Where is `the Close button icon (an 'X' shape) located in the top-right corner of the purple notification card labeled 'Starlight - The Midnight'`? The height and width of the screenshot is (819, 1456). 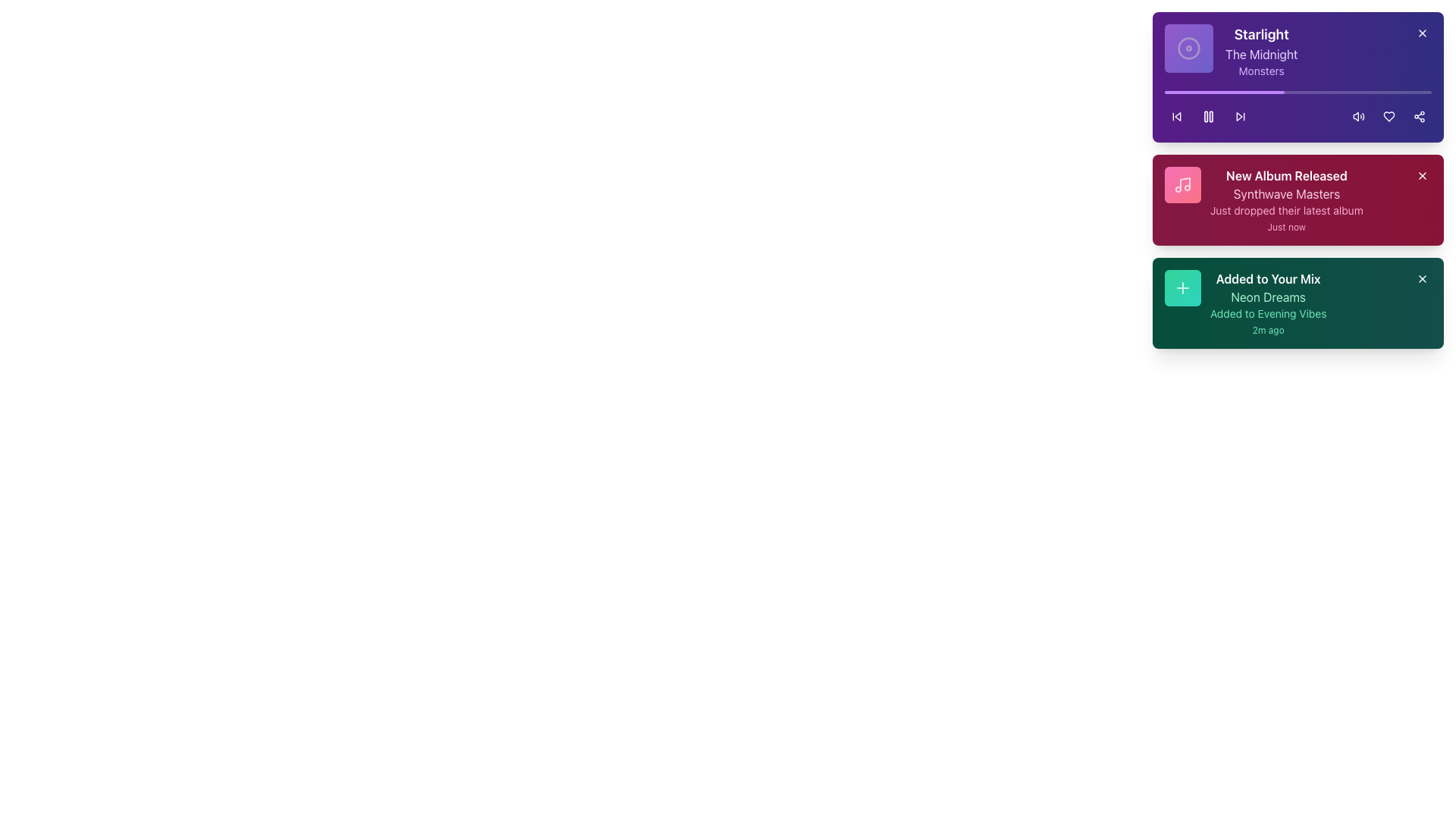 the Close button icon (an 'X' shape) located in the top-right corner of the purple notification card labeled 'Starlight - The Midnight' is located at coordinates (1422, 33).